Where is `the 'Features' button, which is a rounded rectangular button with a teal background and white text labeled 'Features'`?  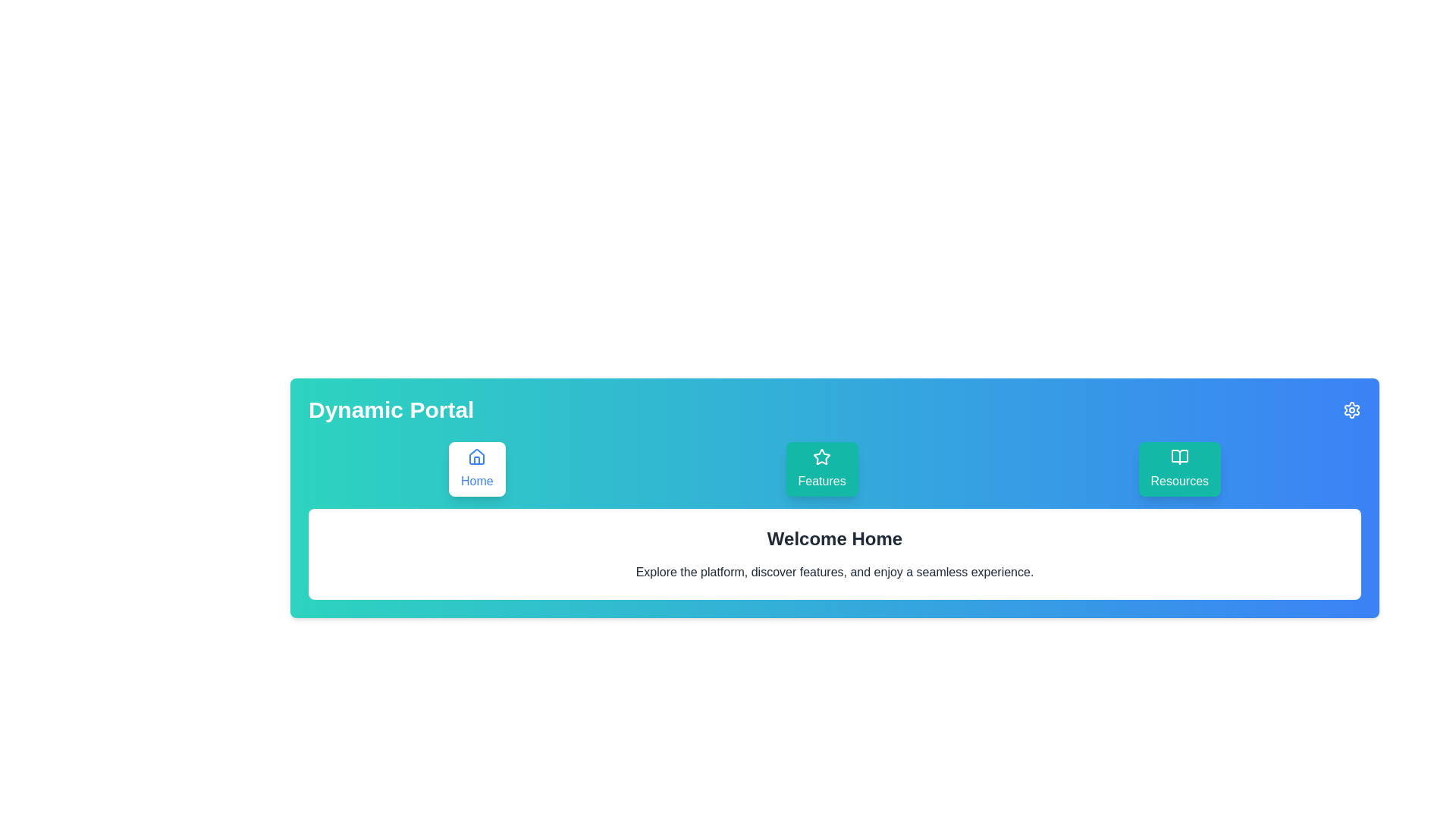 the 'Features' button, which is a rounded rectangular button with a teal background and white text labeled 'Features' is located at coordinates (821, 468).